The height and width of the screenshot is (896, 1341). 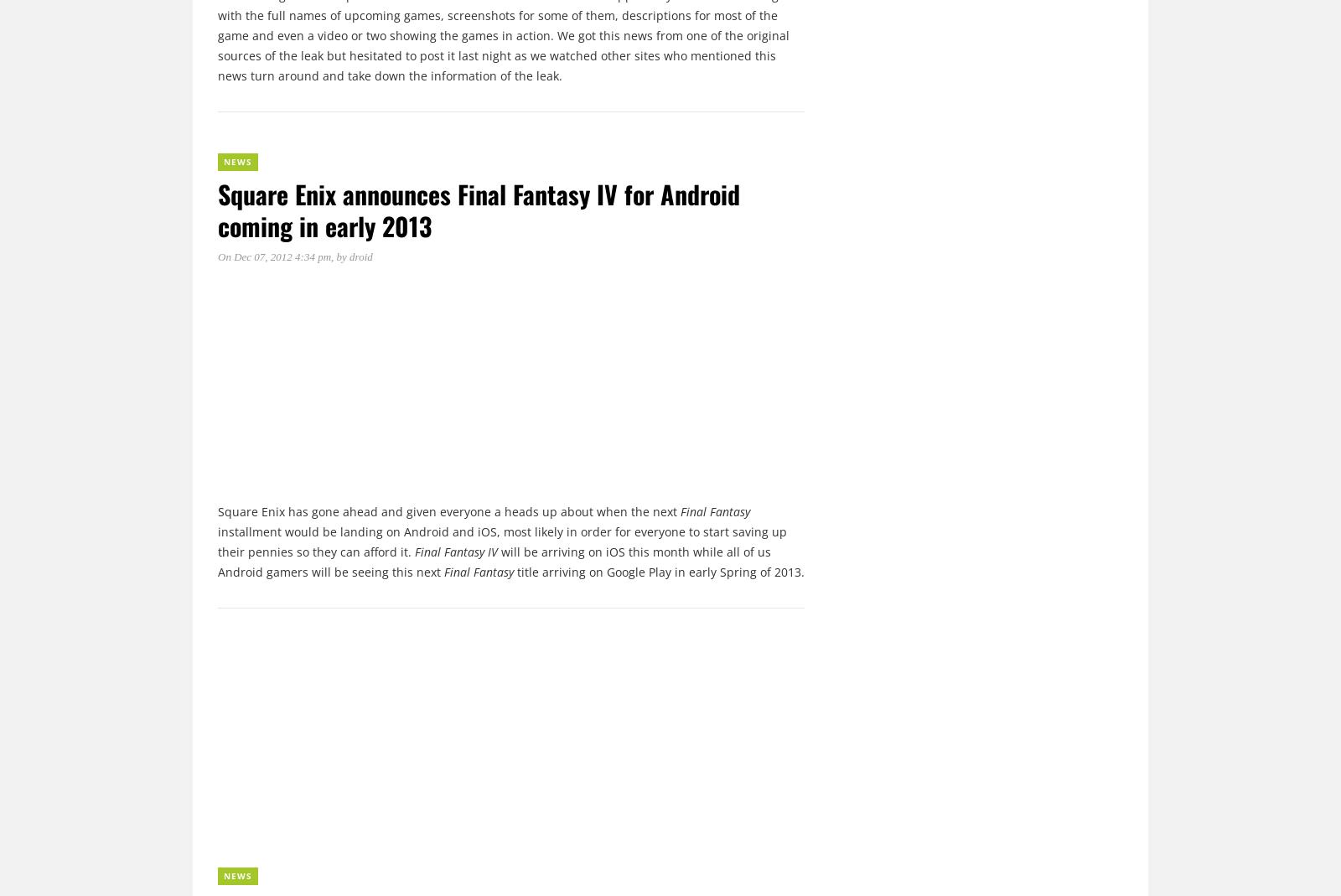 What do you see at coordinates (501, 541) in the screenshot?
I see `'installment would be landing on Android and iOS, most likely in order for everyone to start saving up their pennies so they can afford it.'` at bounding box center [501, 541].